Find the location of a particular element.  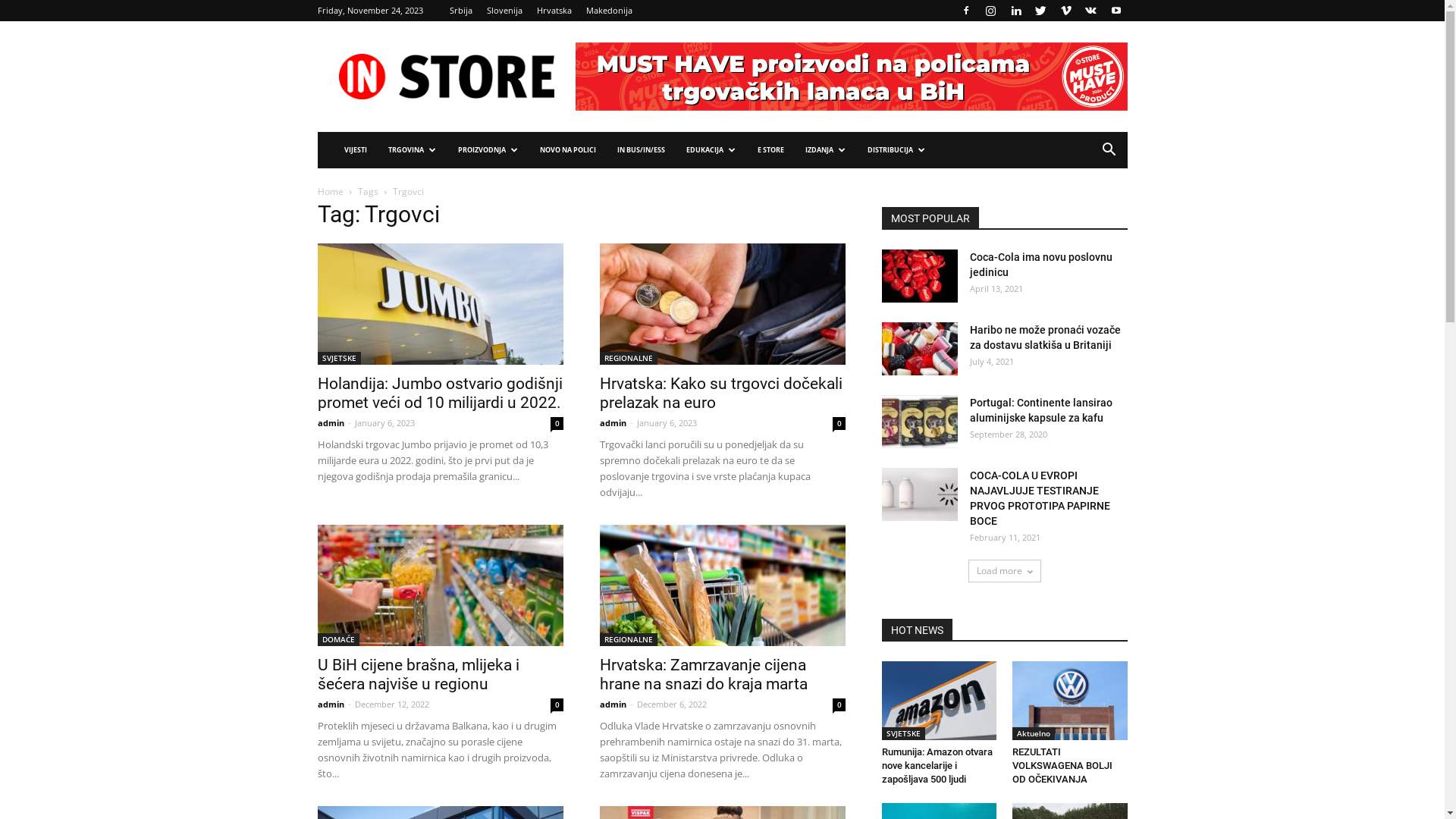

'Aktuelno' is located at coordinates (1033, 733).